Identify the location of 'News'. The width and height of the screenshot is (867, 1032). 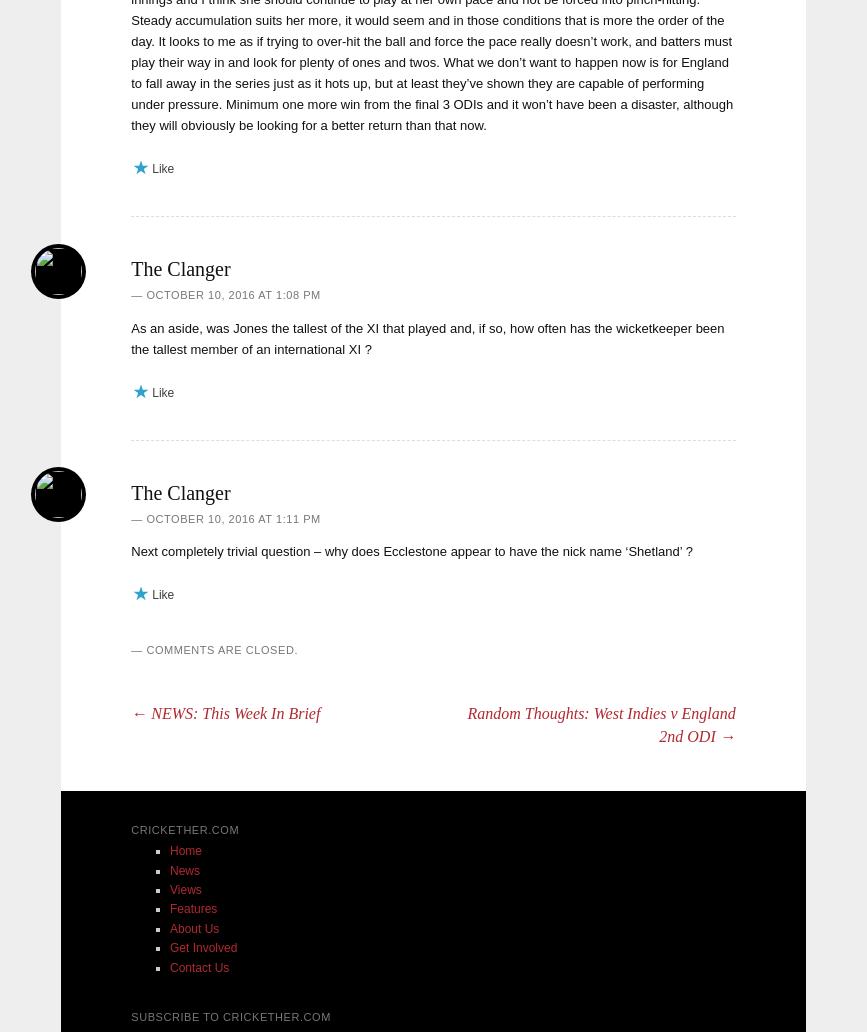
(185, 869).